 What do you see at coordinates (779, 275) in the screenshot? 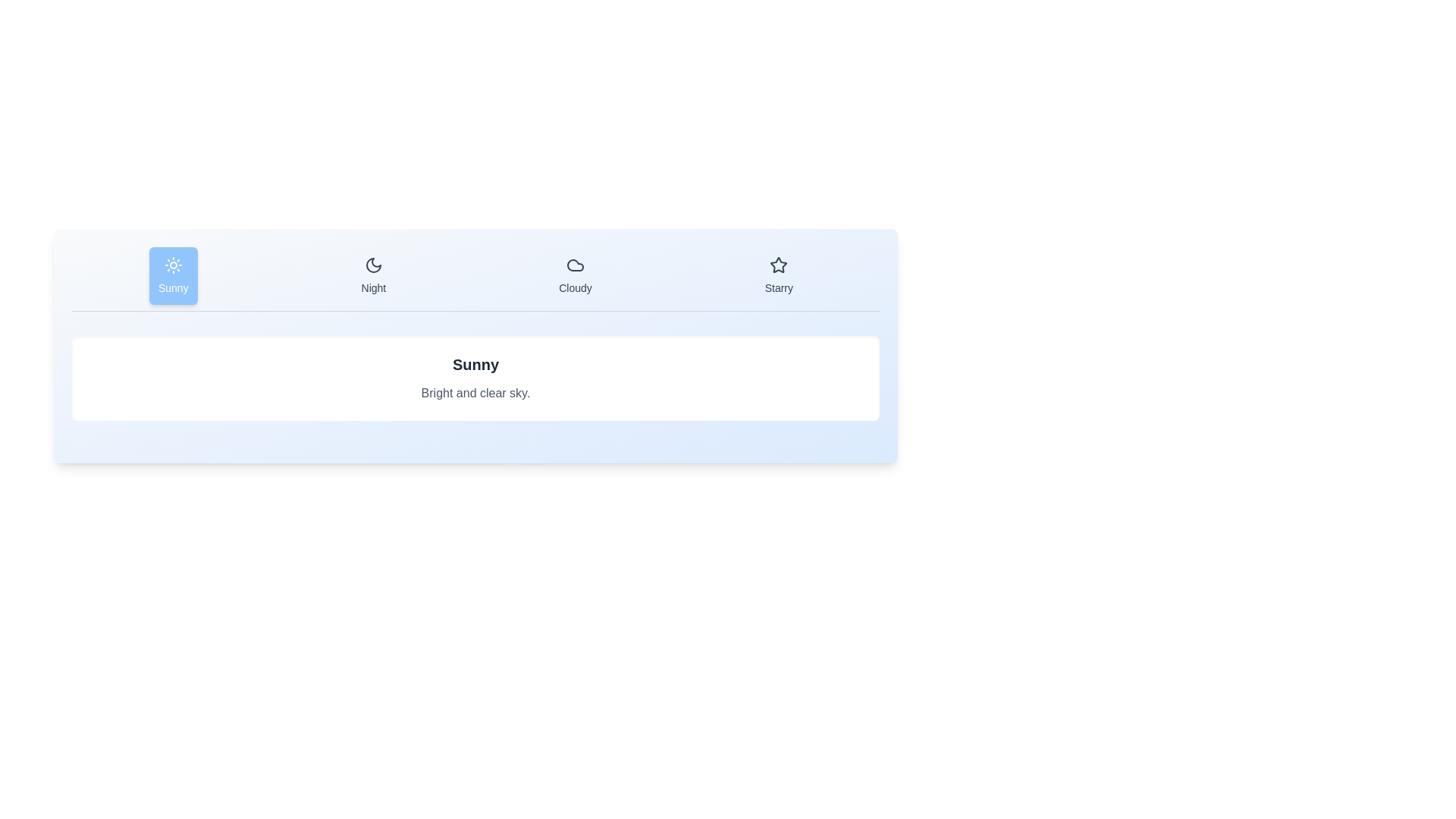
I see `the weather condition Starry by clicking its corresponding tab` at bounding box center [779, 275].